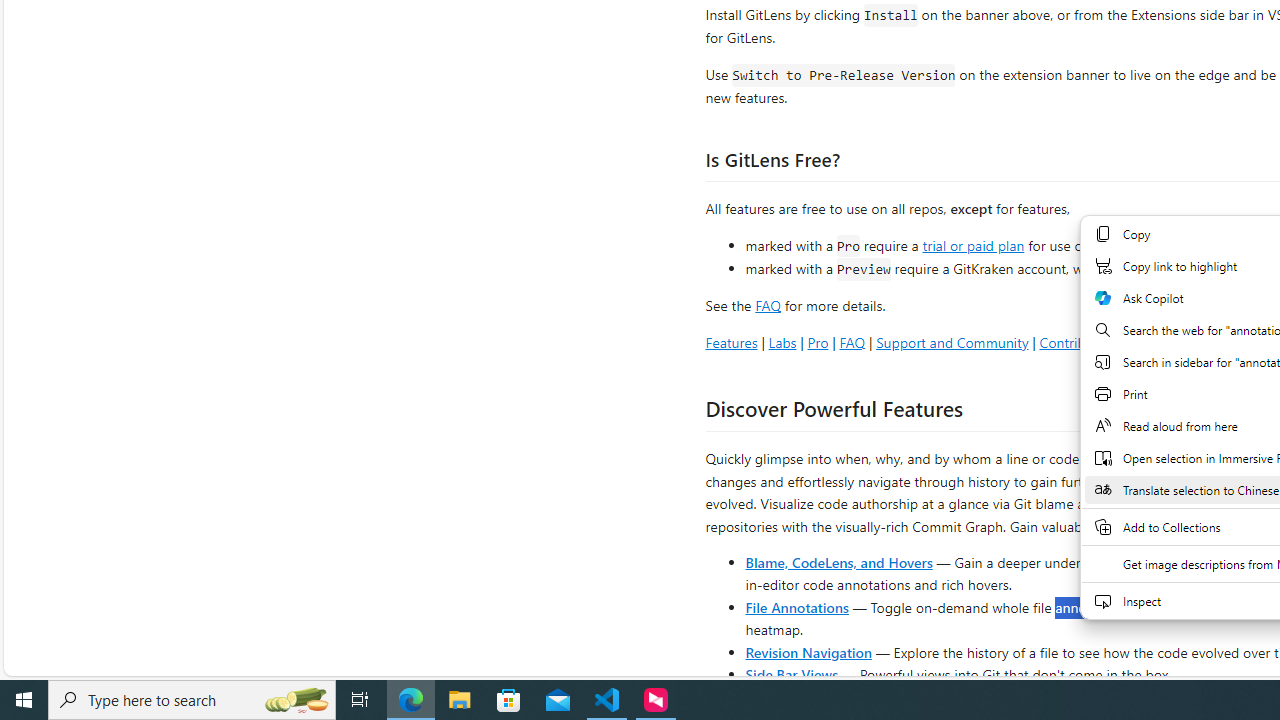 This screenshot has height=720, width=1280. What do you see at coordinates (795, 605) in the screenshot?
I see `'File Annotations'` at bounding box center [795, 605].